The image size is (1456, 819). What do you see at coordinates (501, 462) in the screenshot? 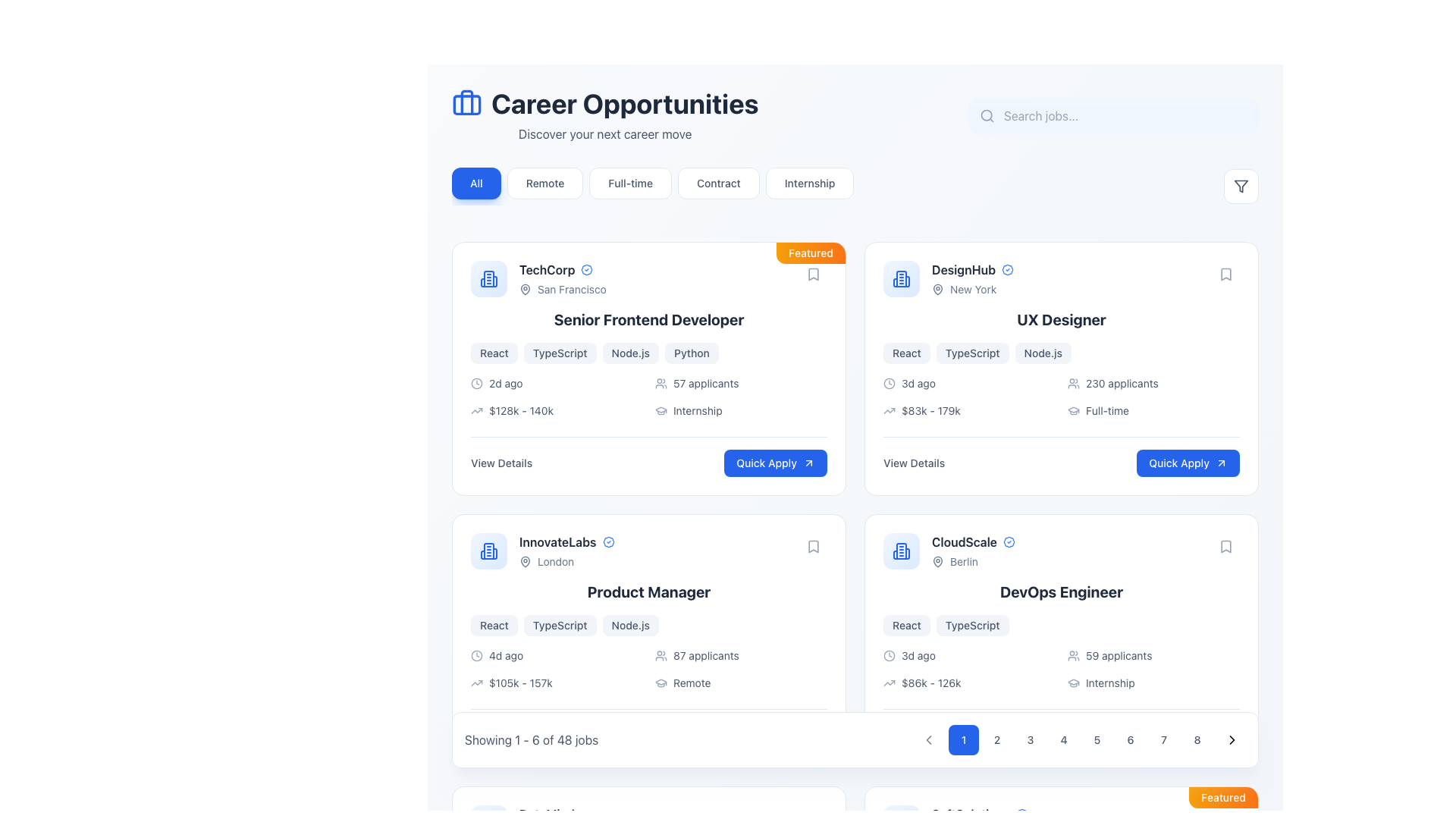
I see `the 'View Details' textual link styled as a clickable button to change its color, located at the bottom left of the job posting card` at bounding box center [501, 462].